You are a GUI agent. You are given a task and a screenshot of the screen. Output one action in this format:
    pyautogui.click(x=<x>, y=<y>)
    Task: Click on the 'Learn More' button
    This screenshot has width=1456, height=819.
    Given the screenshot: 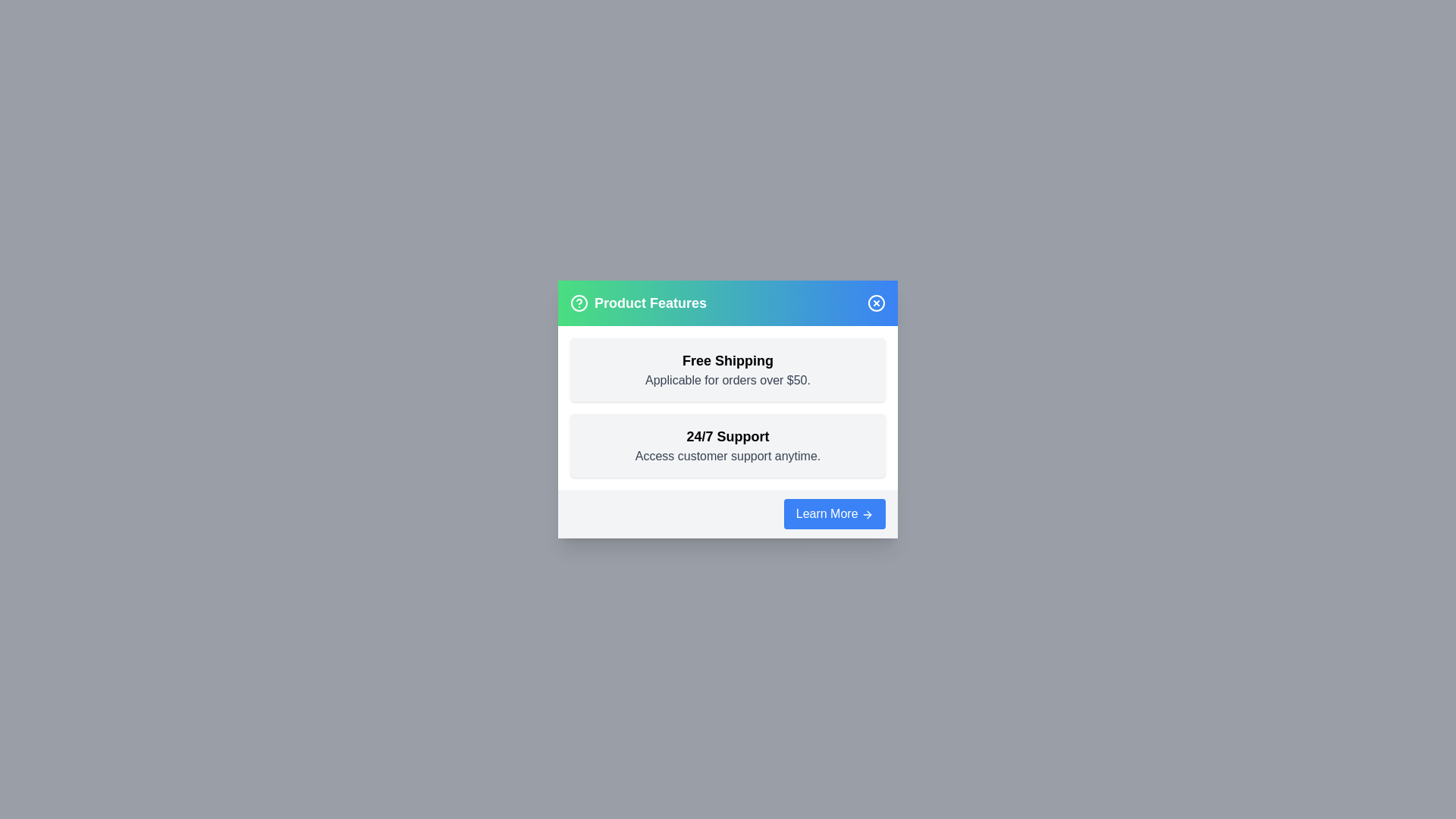 What is the action you would take?
    pyautogui.click(x=833, y=513)
    